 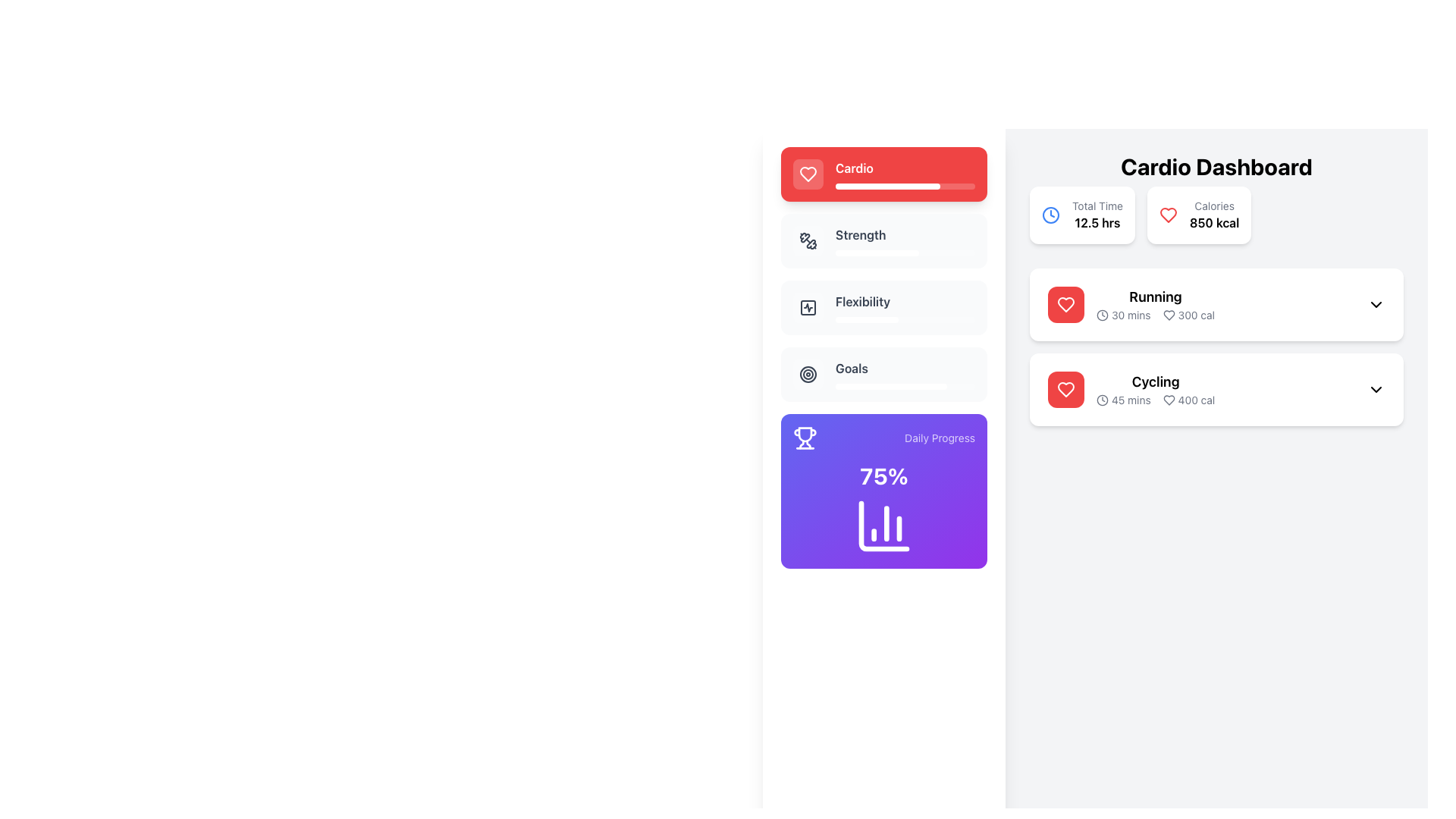 What do you see at coordinates (884, 307) in the screenshot?
I see `the 'Flexibility' menu item located in the left-hand menu, positioned below 'Cardio' and above 'Goals'` at bounding box center [884, 307].